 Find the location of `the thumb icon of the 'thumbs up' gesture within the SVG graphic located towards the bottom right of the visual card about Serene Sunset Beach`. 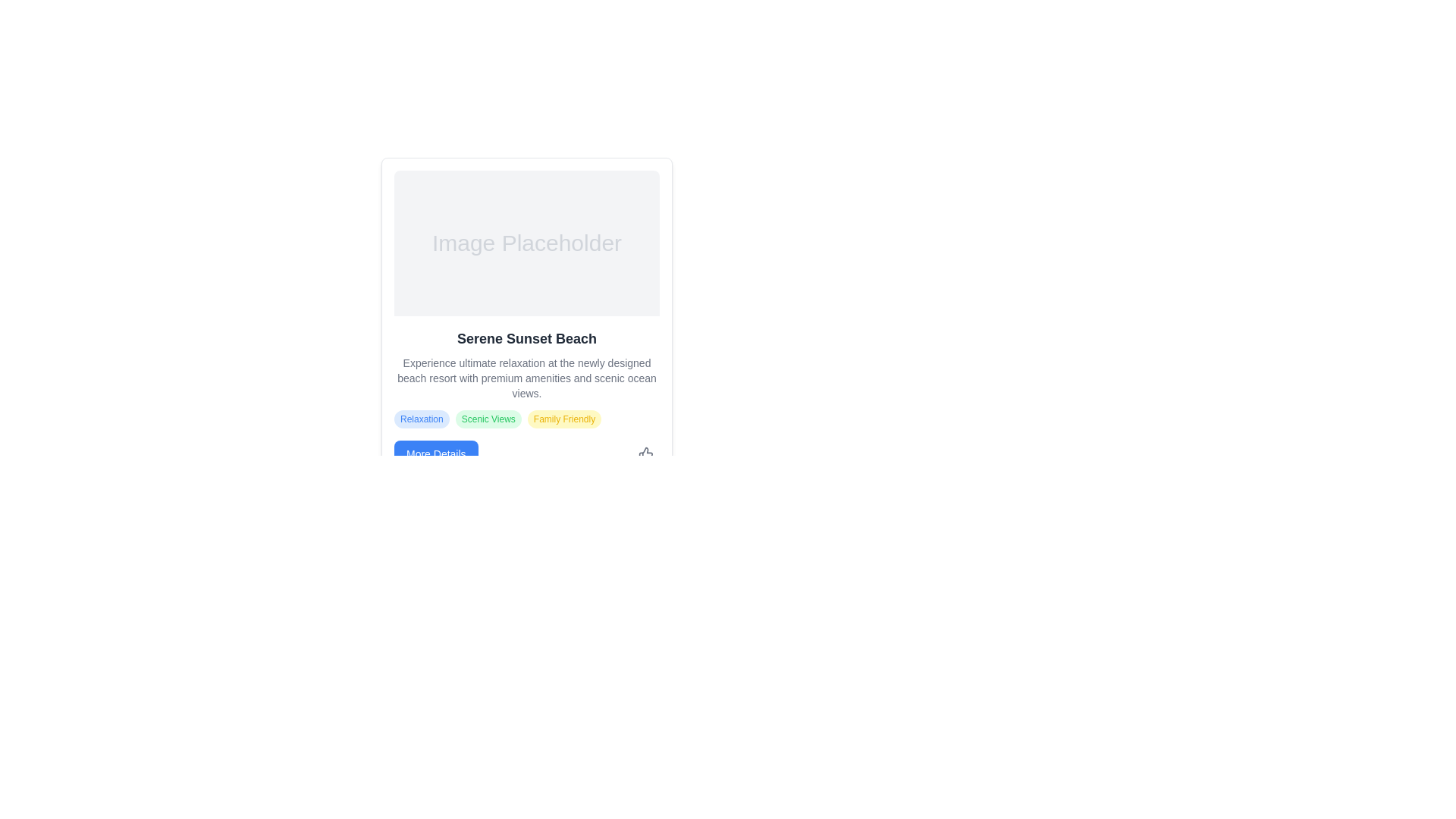

the thumb icon of the 'thumbs up' gesture within the SVG graphic located towards the bottom right of the visual card about Serene Sunset Beach is located at coordinates (645, 453).